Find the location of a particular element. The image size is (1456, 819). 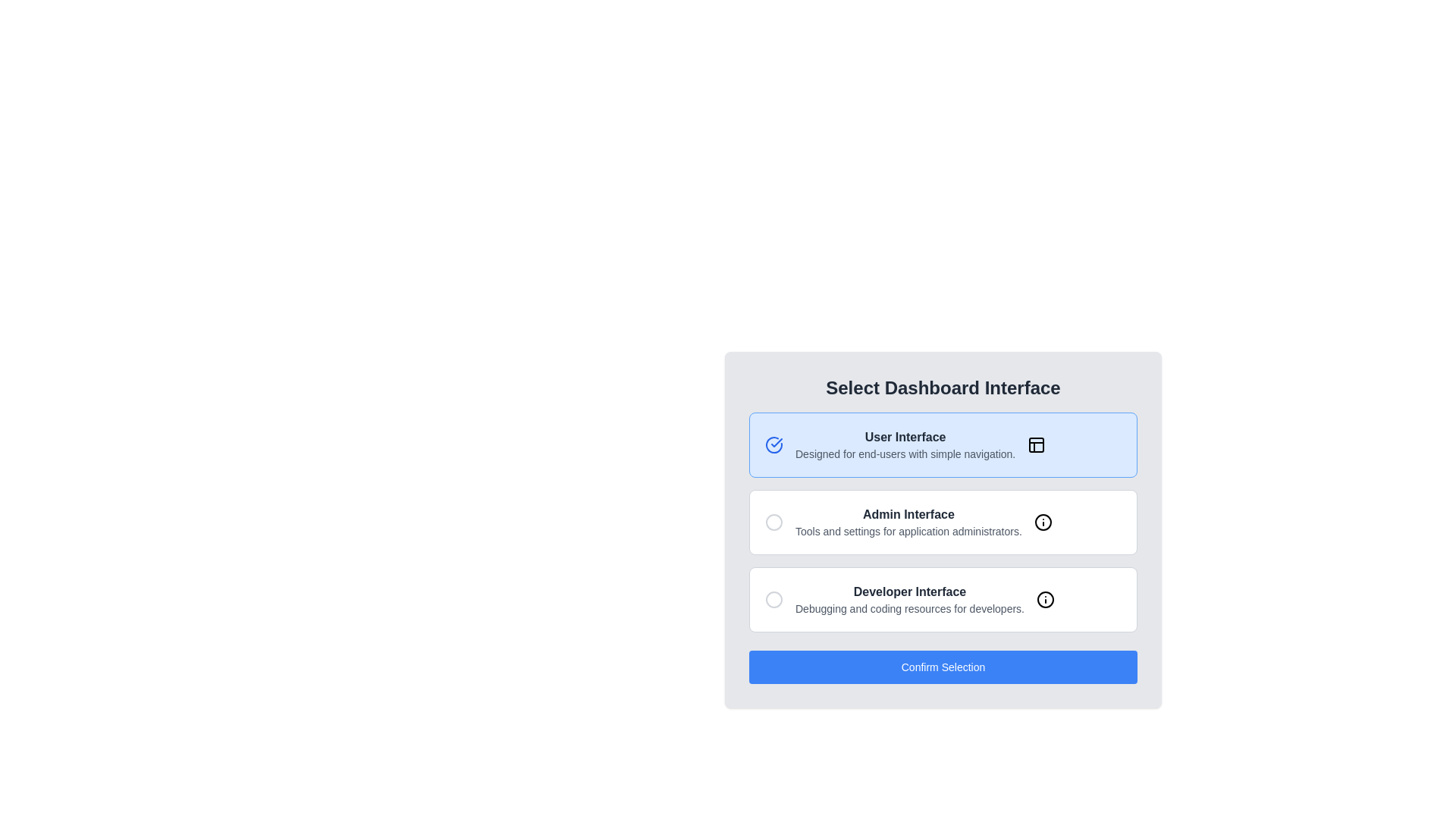

the selection status of the Circular icon with a checkmark, which indicates that the 'User Interface' option is the current choice is located at coordinates (774, 444).